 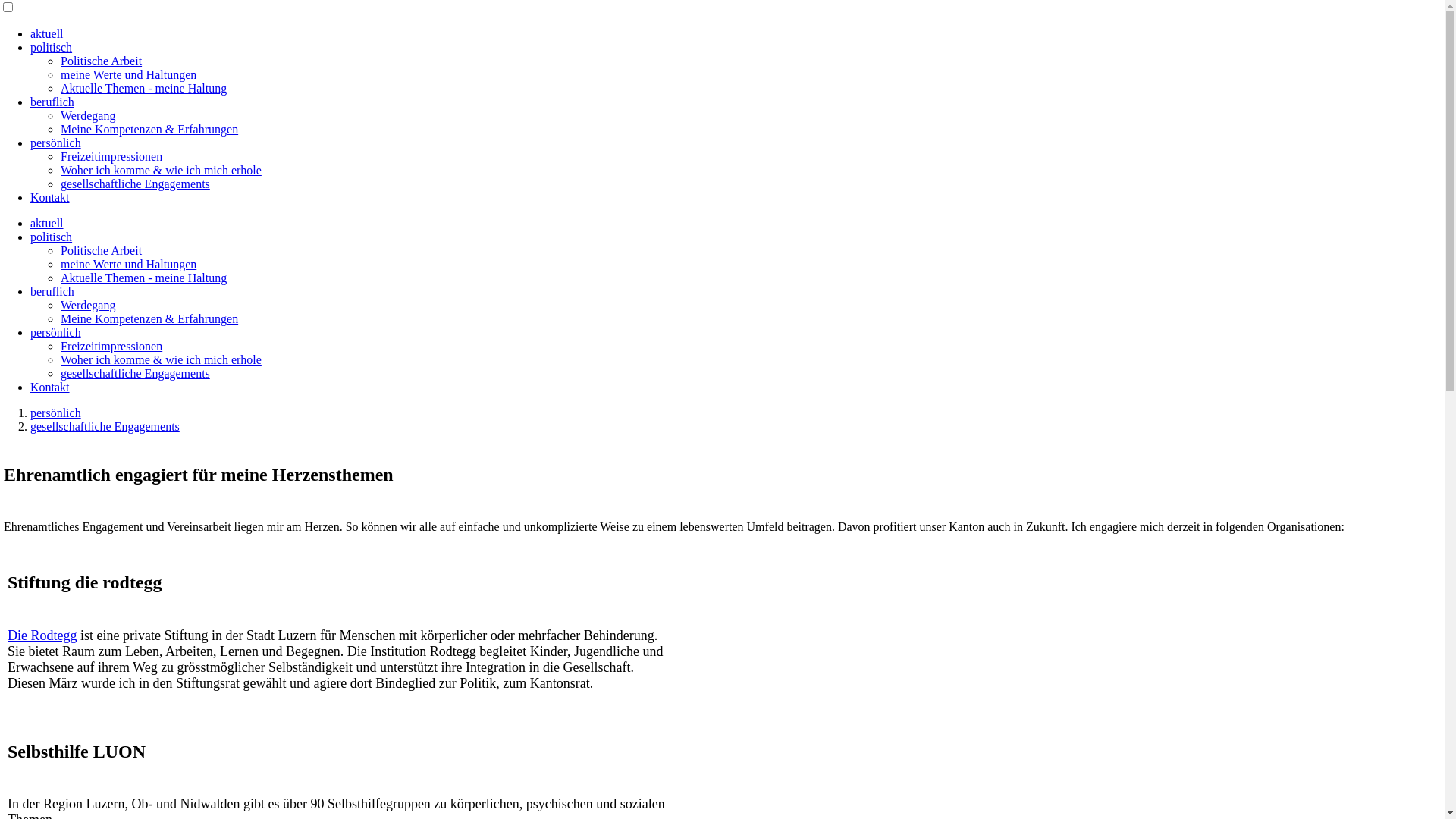 I want to click on 'Aktuelle Themen - meine Haltung', so click(x=143, y=278).